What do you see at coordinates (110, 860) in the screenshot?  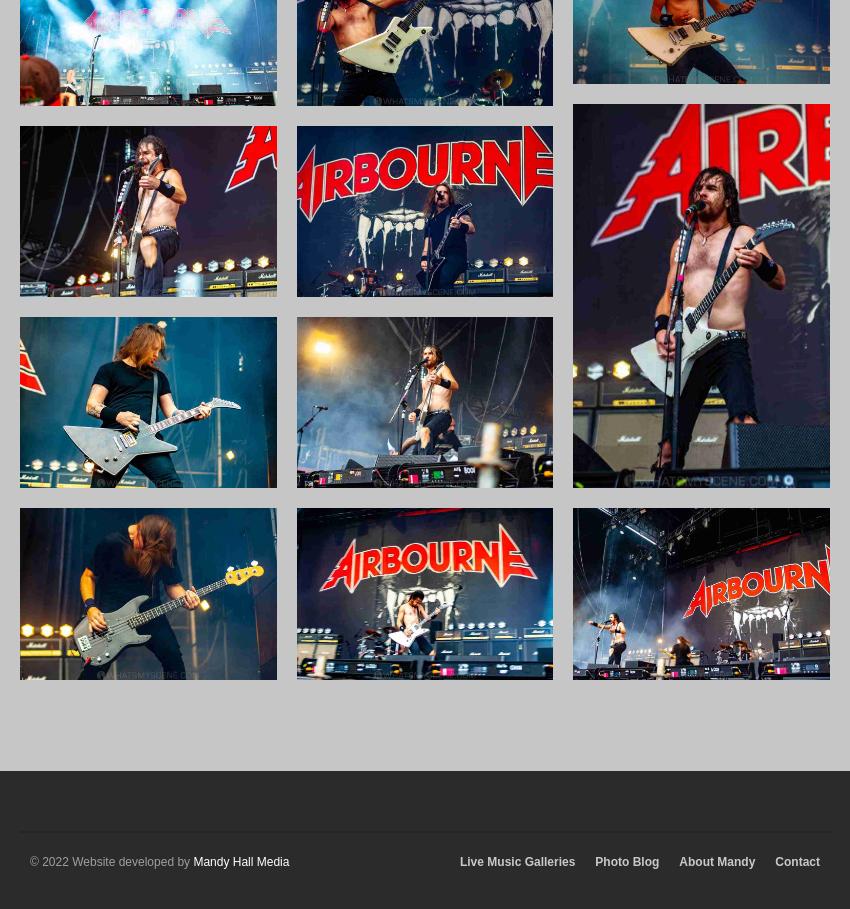 I see `'© 2022 Website developed by'` at bounding box center [110, 860].